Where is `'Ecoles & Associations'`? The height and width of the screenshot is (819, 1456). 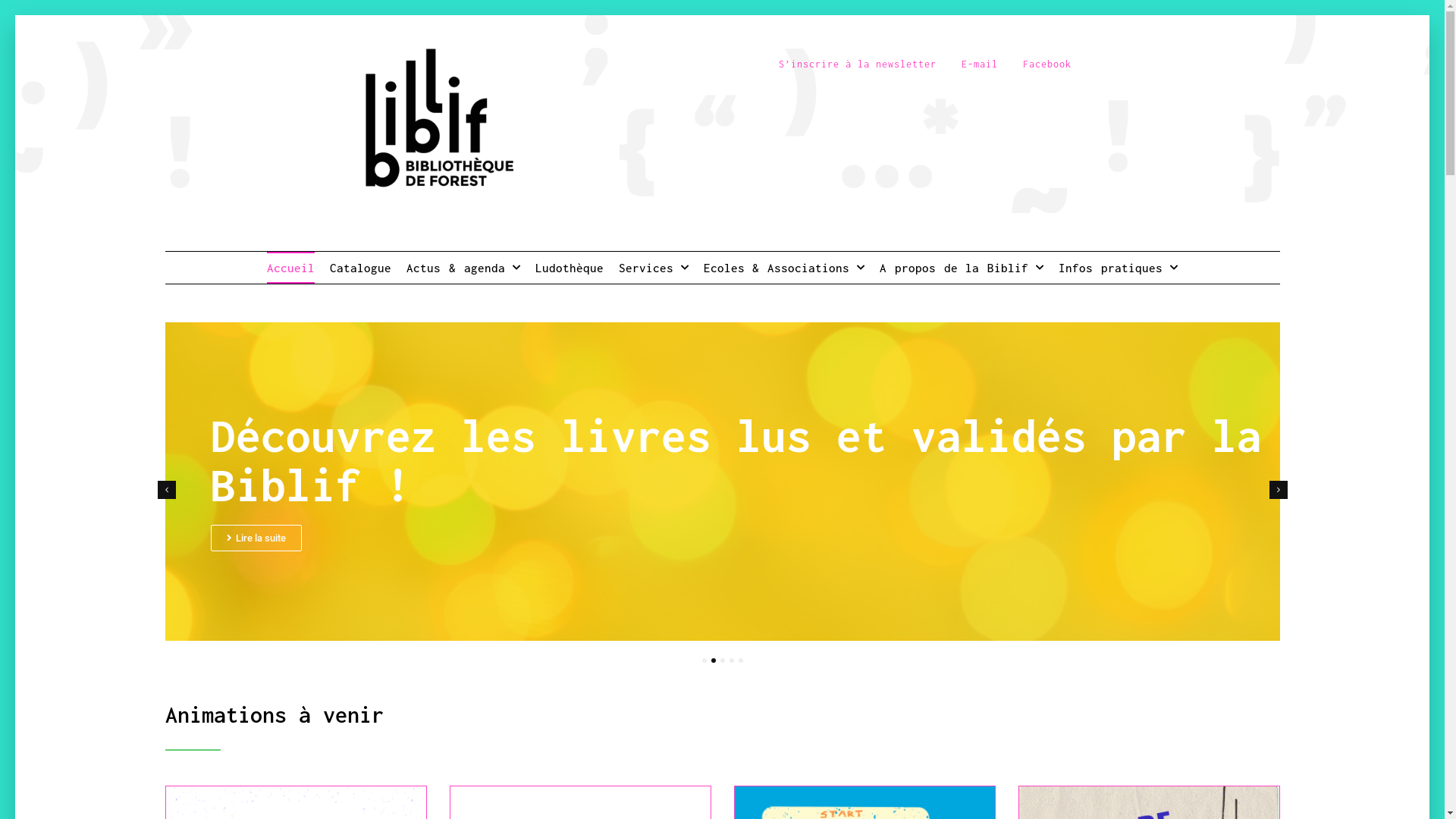
'Ecoles & Associations' is located at coordinates (702, 267).